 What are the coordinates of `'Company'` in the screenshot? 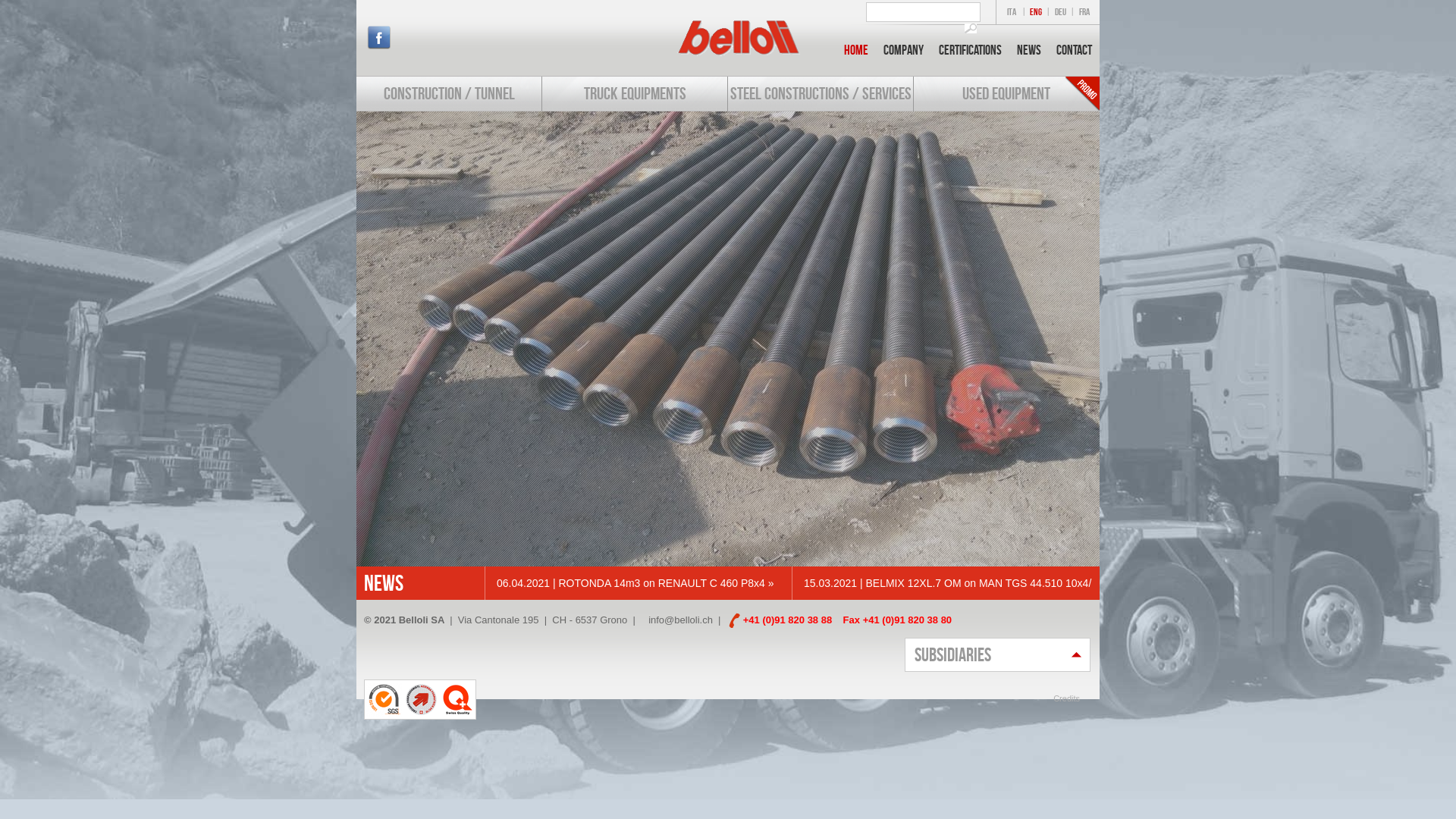 It's located at (903, 49).